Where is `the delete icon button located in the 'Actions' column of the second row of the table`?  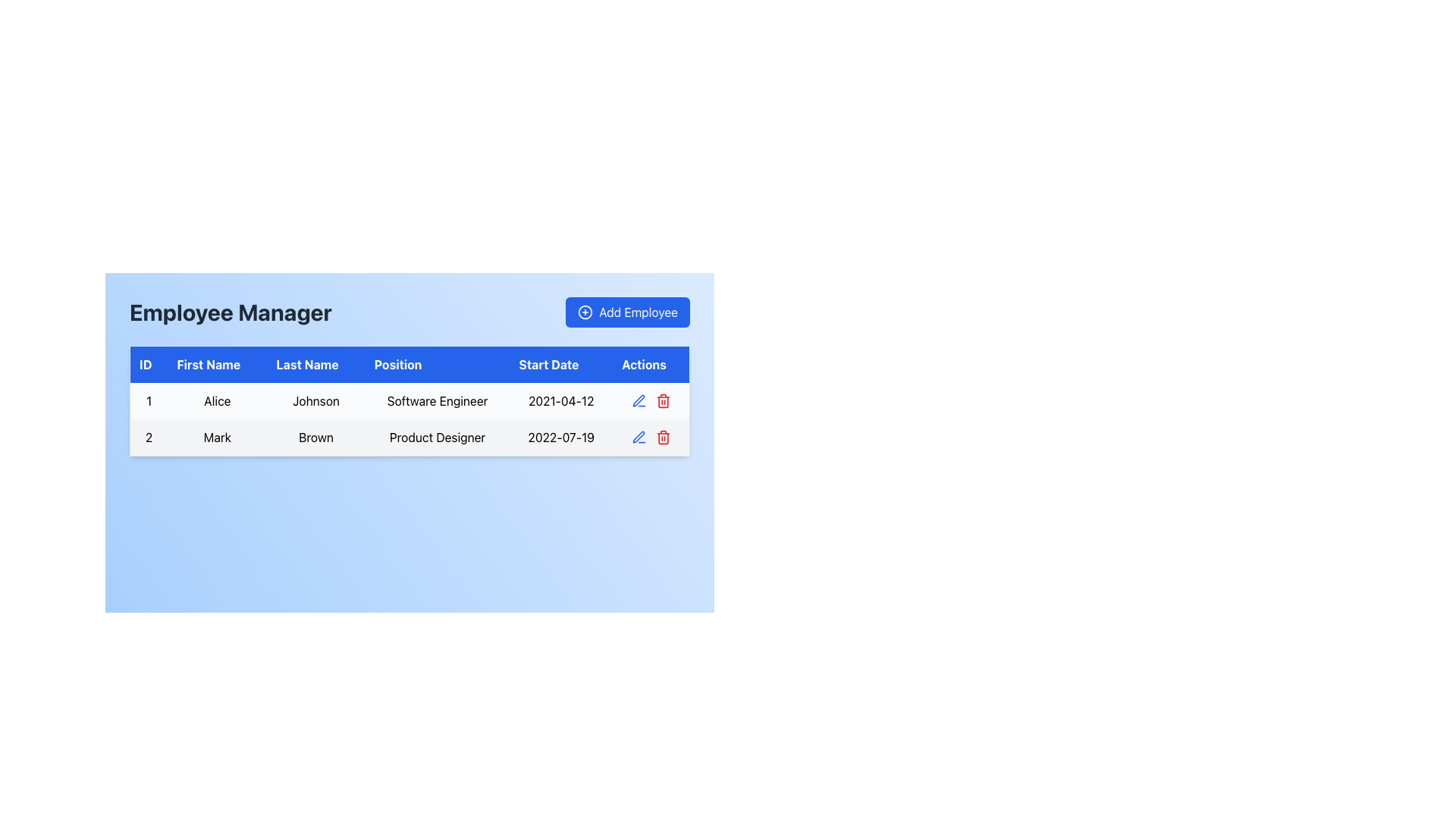
the delete icon button located in the 'Actions' column of the second row of the table is located at coordinates (663, 400).